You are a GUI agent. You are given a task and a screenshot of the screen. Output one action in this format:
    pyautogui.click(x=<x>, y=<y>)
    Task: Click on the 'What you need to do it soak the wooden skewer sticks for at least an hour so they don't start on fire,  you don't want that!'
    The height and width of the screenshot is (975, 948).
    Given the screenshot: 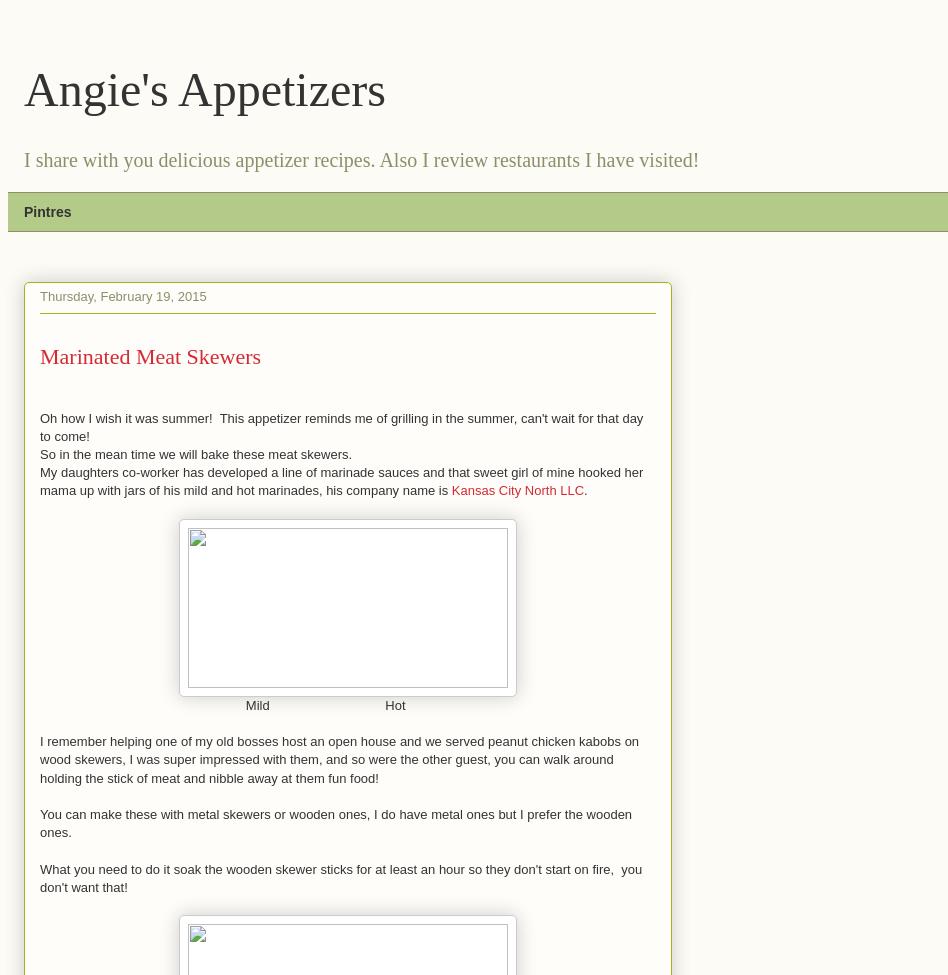 What is the action you would take?
    pyautogui.click(x=340, y=877)
    